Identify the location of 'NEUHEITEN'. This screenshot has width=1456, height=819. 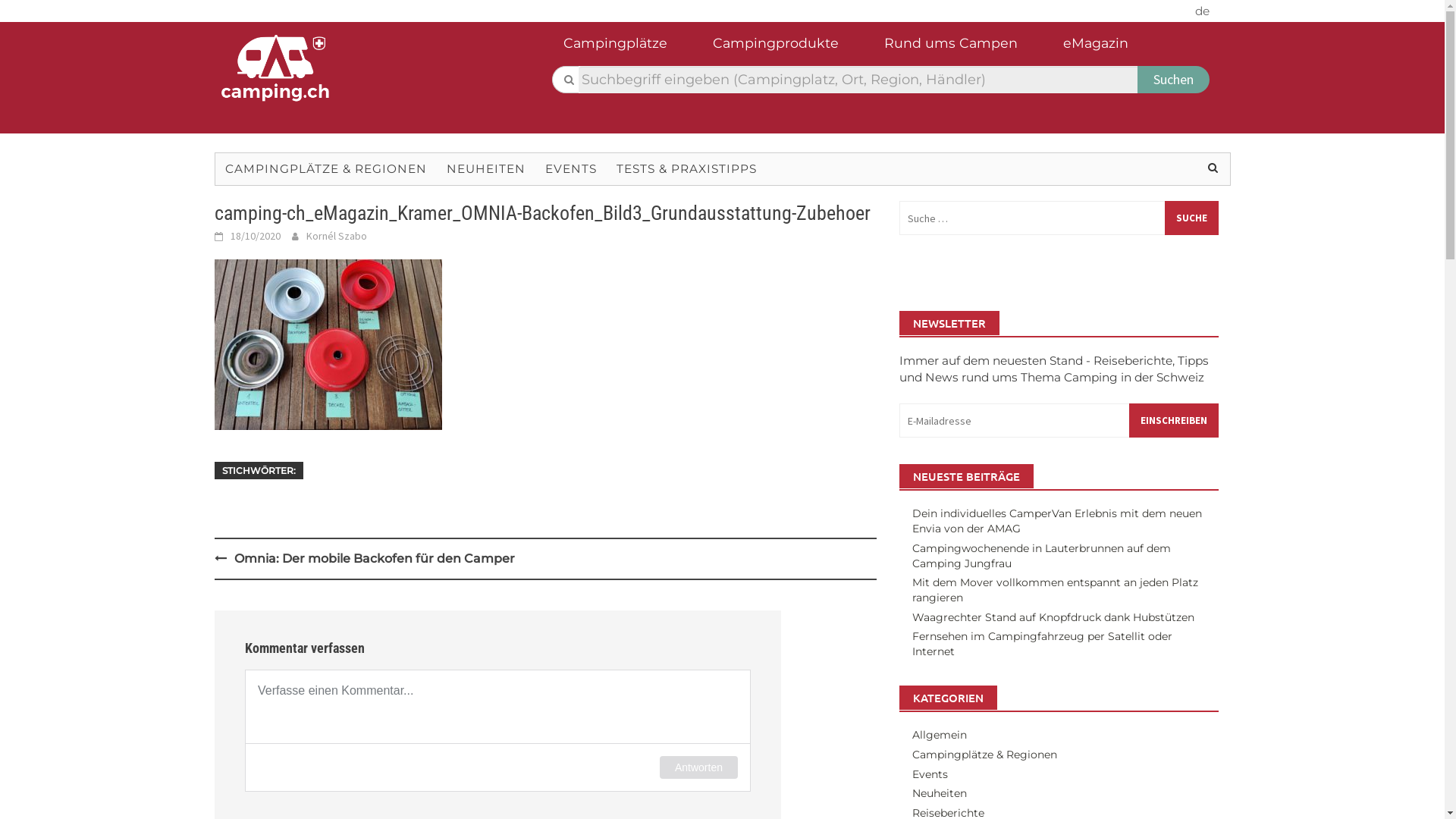
(436, 169).